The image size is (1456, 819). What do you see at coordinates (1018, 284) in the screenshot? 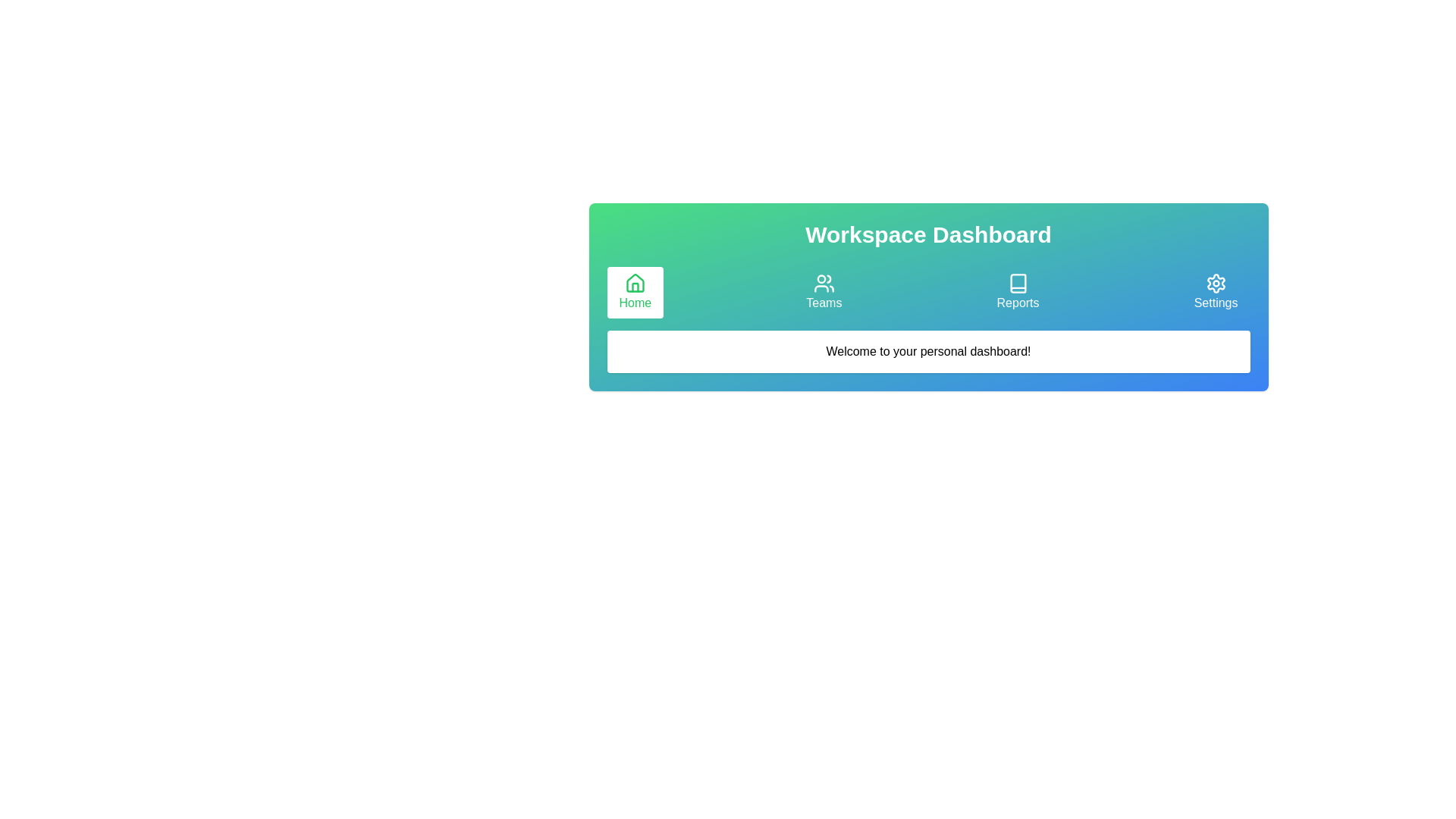
I see `the 'Reports' icon located in the top navigation bar, positioned between the 'Teams' and 'Settings' buttons` at bounding box center [1018, 284].